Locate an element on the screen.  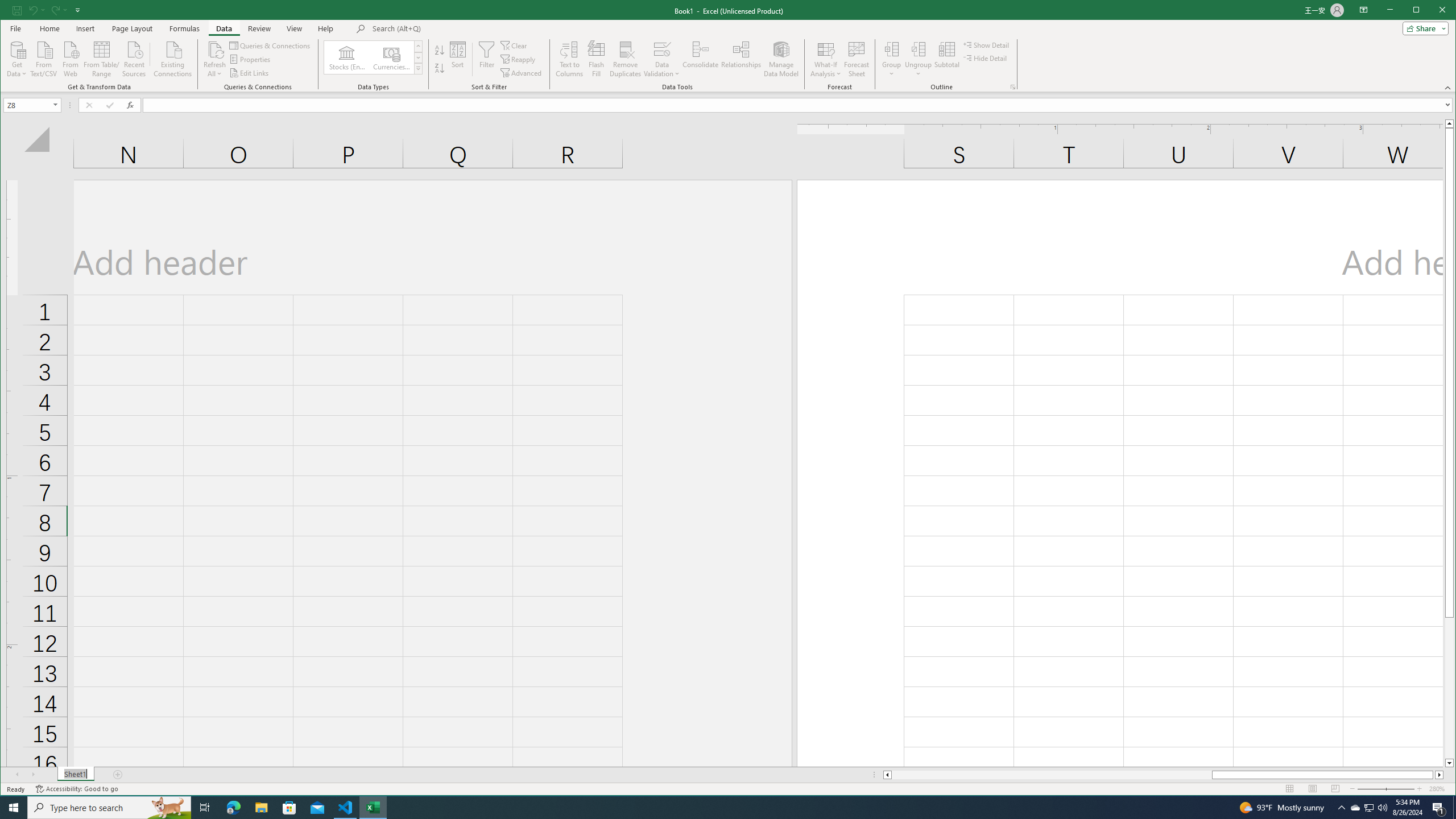
'File Explorer' is located at coordinates (260, 806).